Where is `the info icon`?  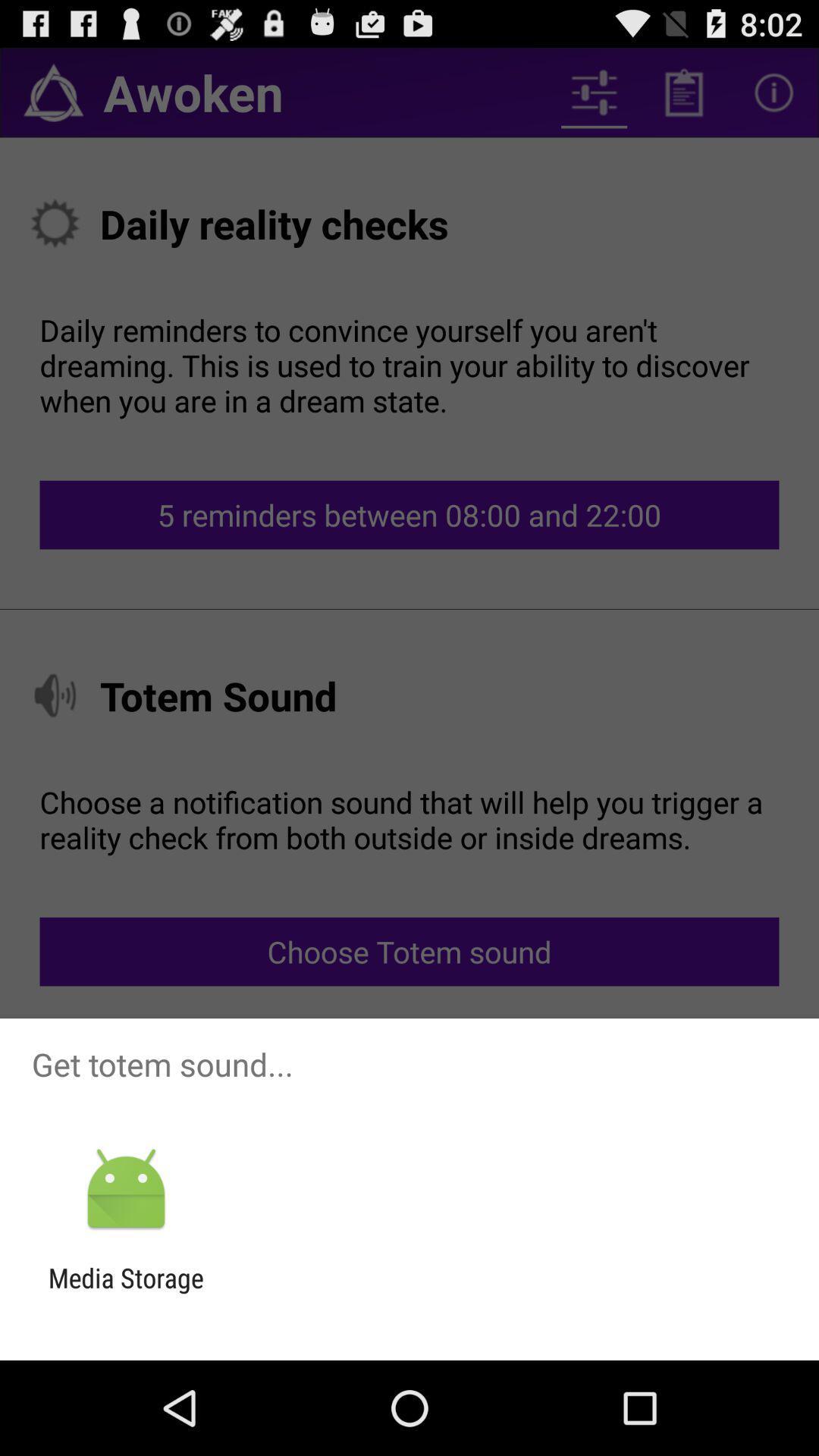 the info icon is located at coordinates (773, 98).